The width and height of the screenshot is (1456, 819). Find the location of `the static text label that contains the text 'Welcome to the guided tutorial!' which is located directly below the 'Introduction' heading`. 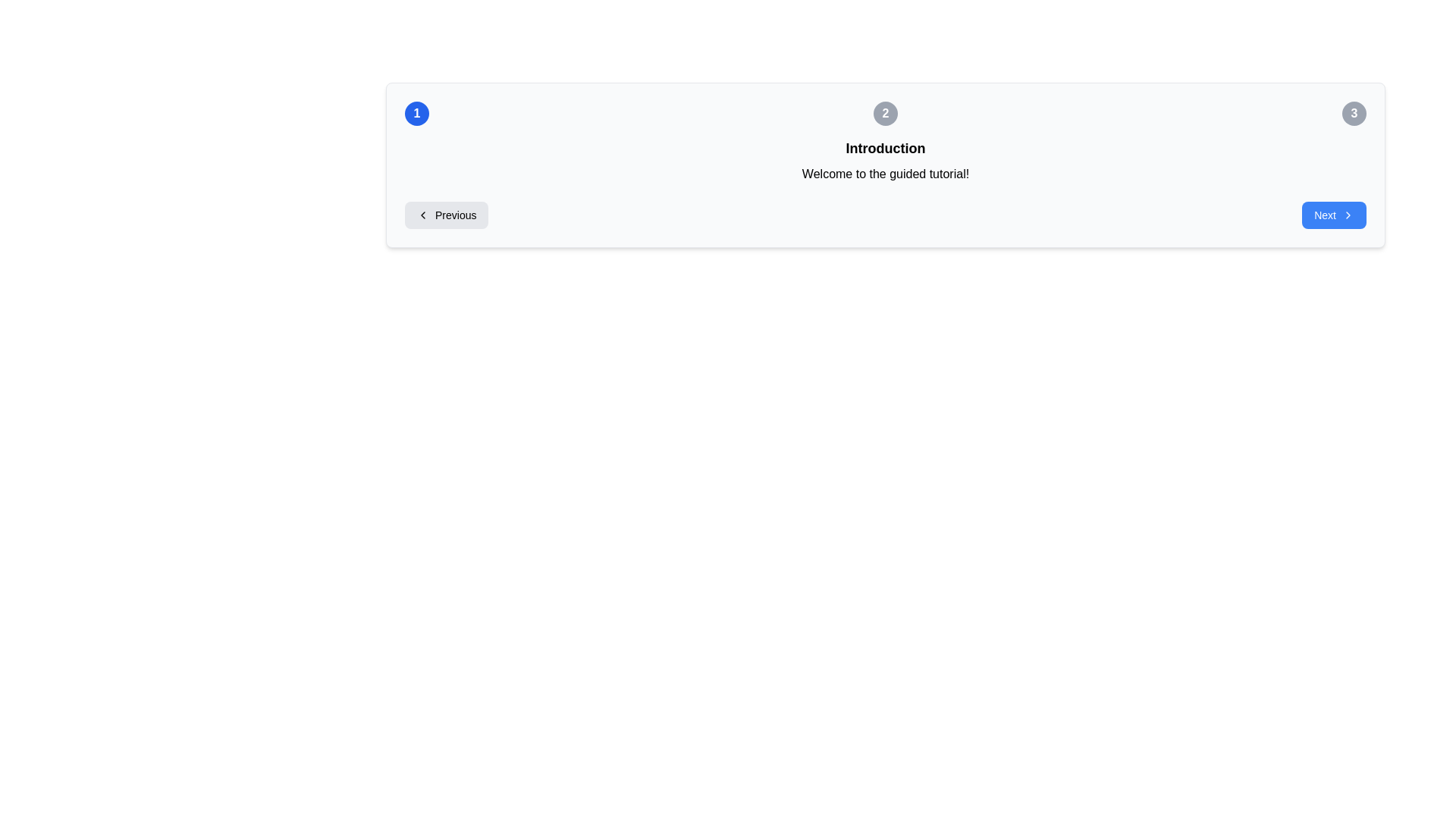

the static text label that contains the text 'Welcome to the guided tutorial!' which is located directly below the 'Introduction' heading is located at coordinates (885, 174).